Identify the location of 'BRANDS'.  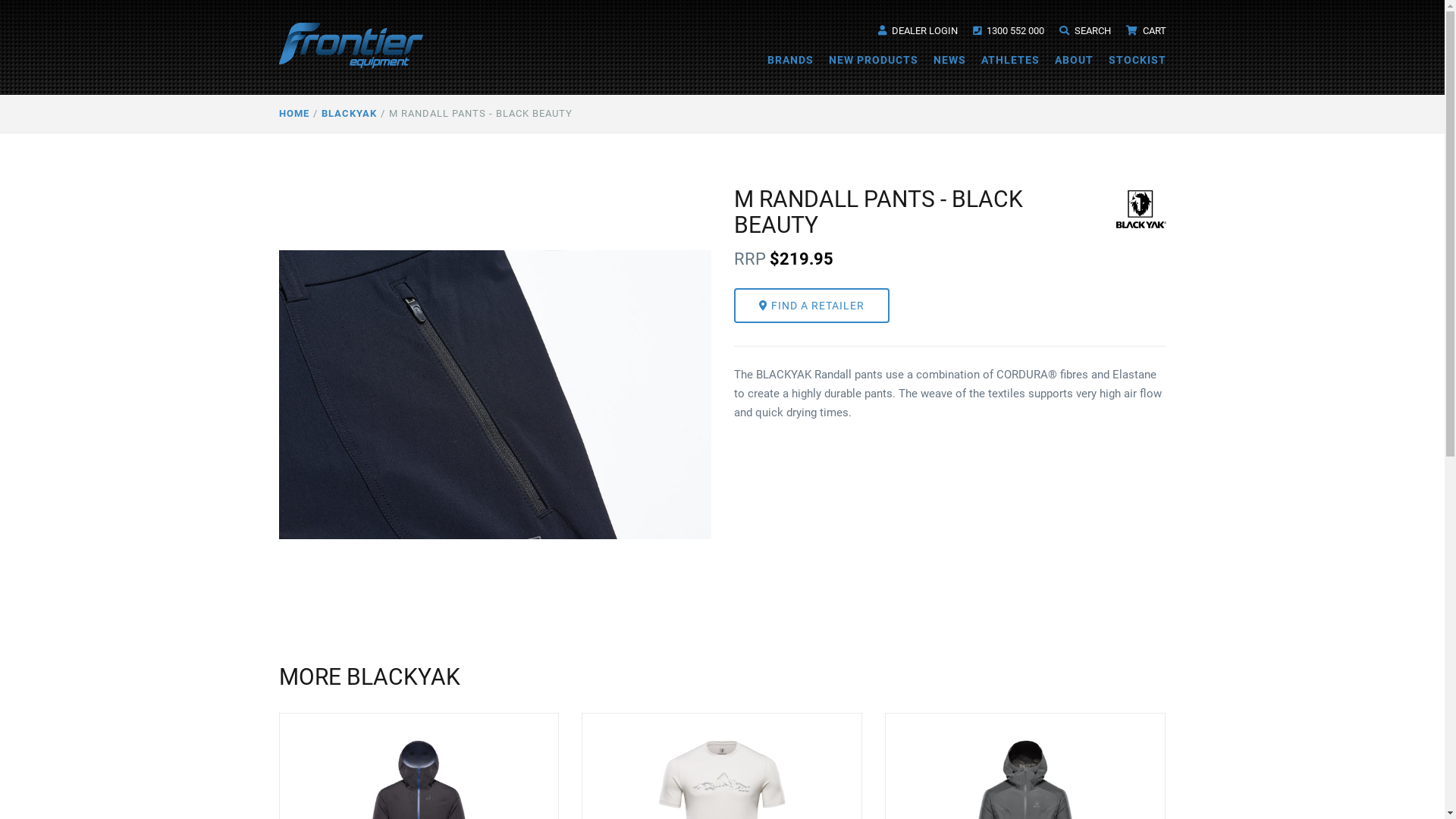
(789, 58).